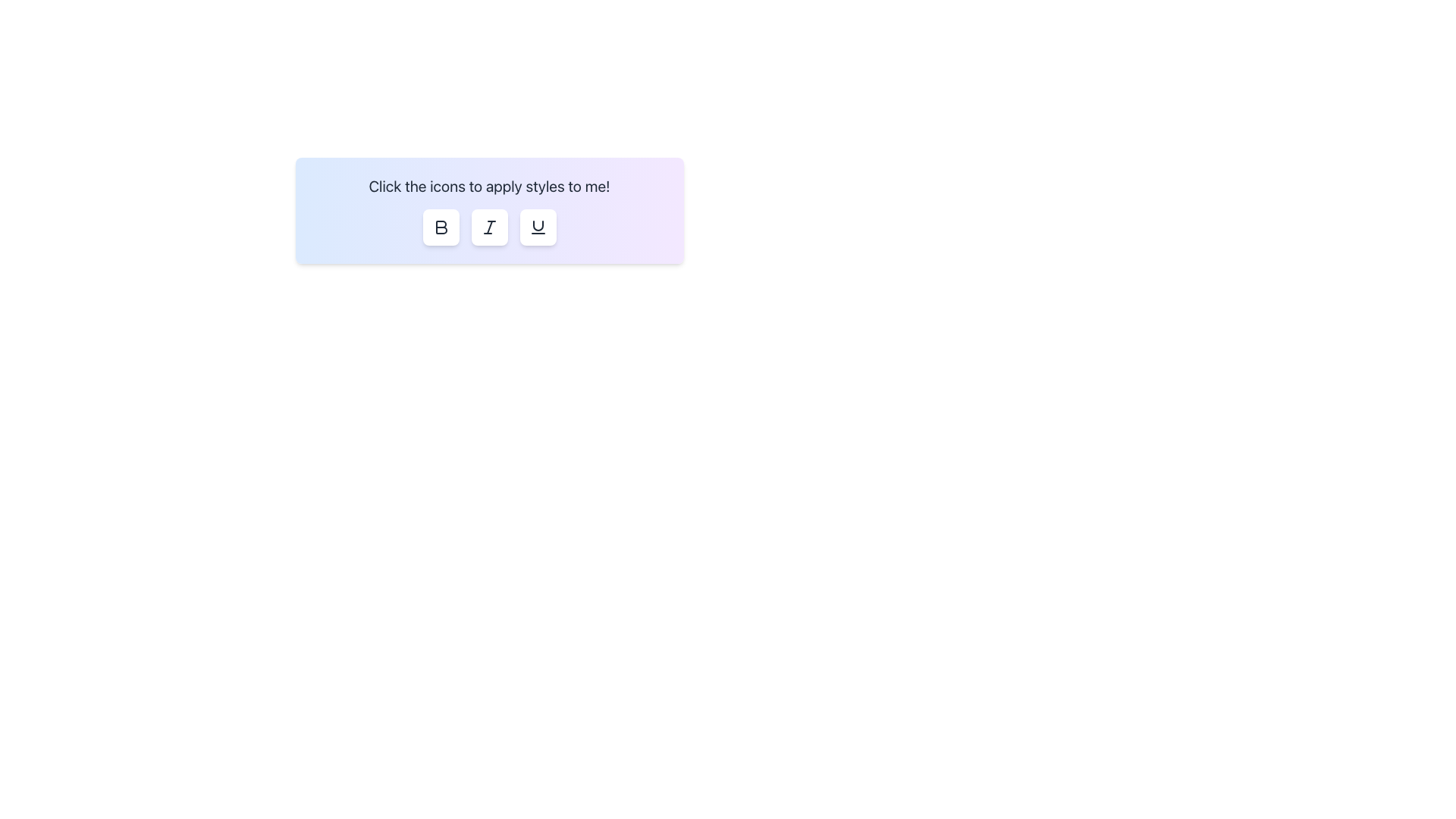 Image resolution: width=1456 pixels, height=819 pixels. Describe the element at coordinates (489, 227) in the screenshot. I see `the second button in a horizontal row used for toggling italic formatting on text` at that location.